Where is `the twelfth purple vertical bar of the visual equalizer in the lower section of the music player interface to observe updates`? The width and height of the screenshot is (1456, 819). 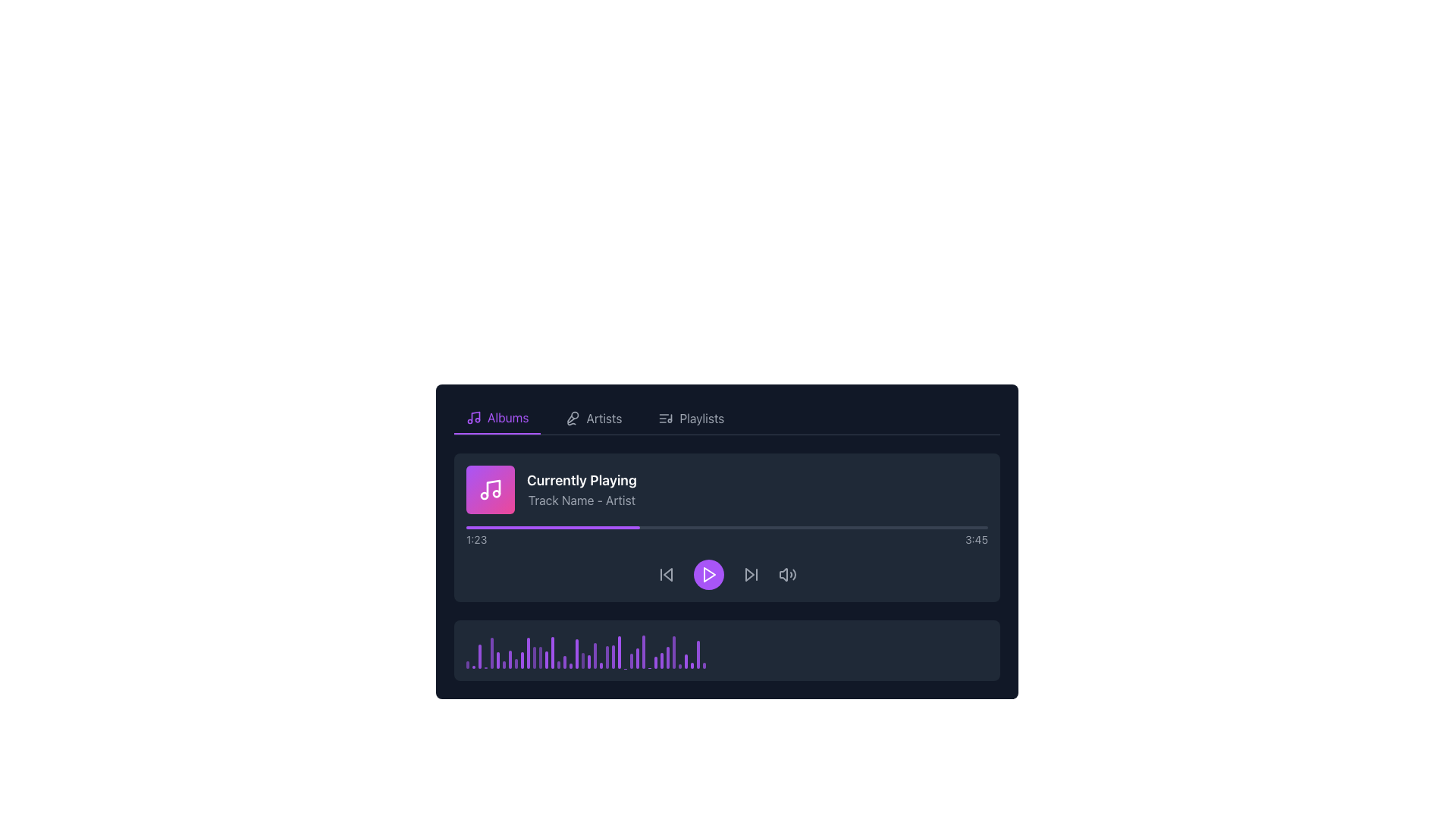 the twelfth purple vertical bar of the visual equalizer in the lower section of the music player interface to observe updates is located at coordinates (535, 657).